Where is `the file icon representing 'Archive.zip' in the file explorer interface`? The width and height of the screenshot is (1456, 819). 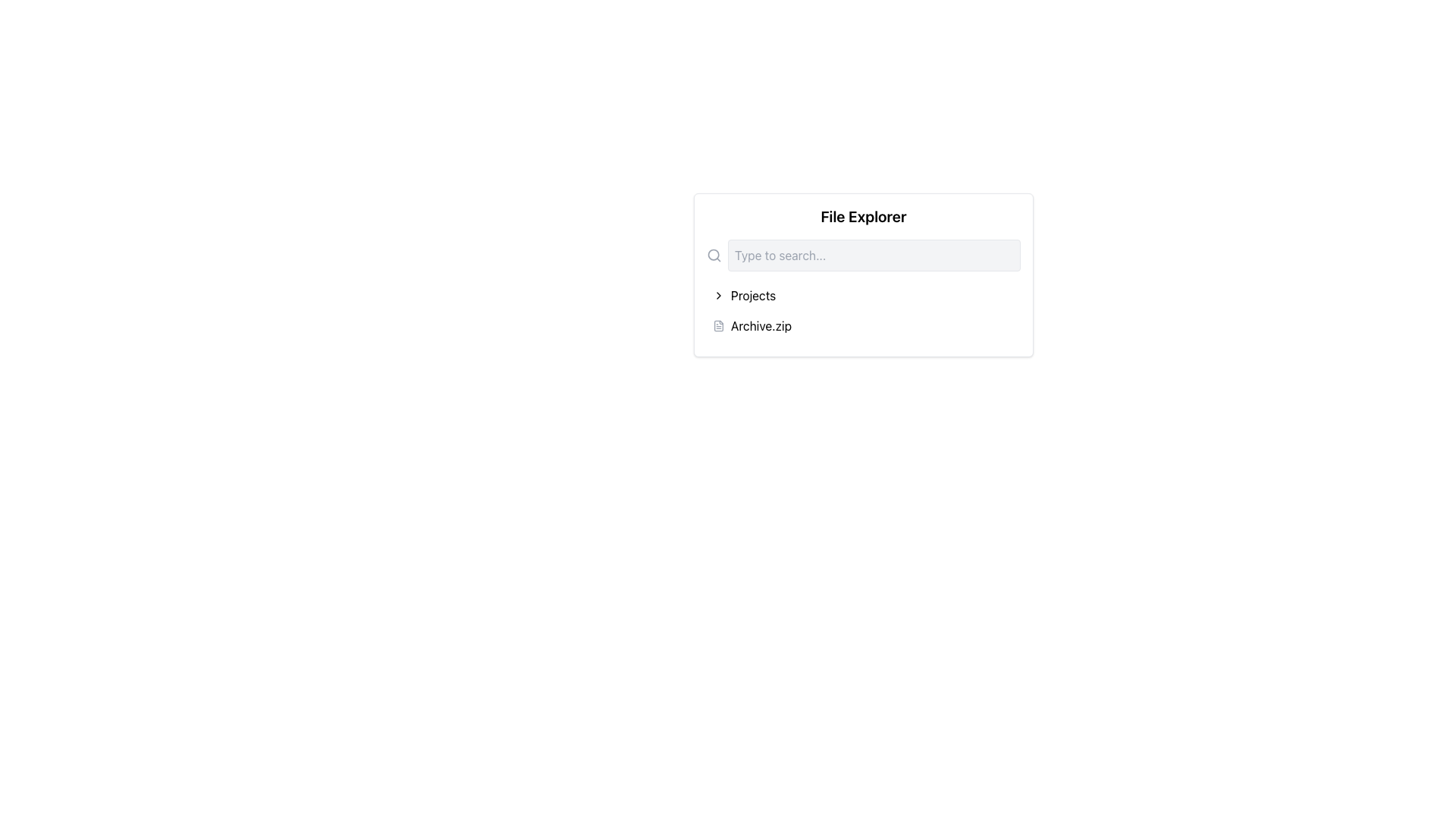 the file icon representing 'Archive.zip' in the file explorer interface is located at coordinates (718, 325).